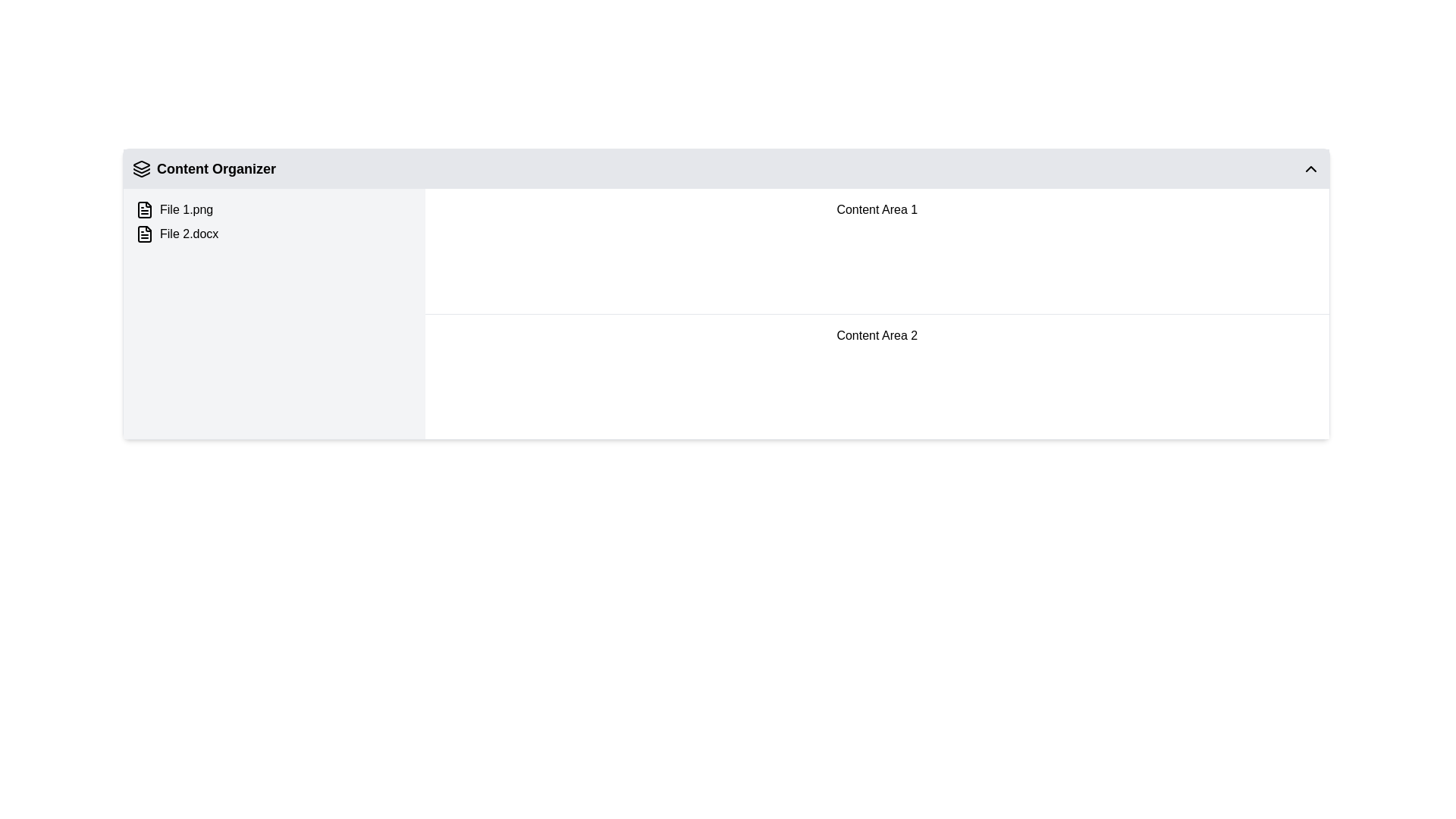  Describe the element at coordinates (142, 169) in the screenshot. I see `the icon located on the left-hand side of the 'Content Organizer' title for visual reference` at that location.